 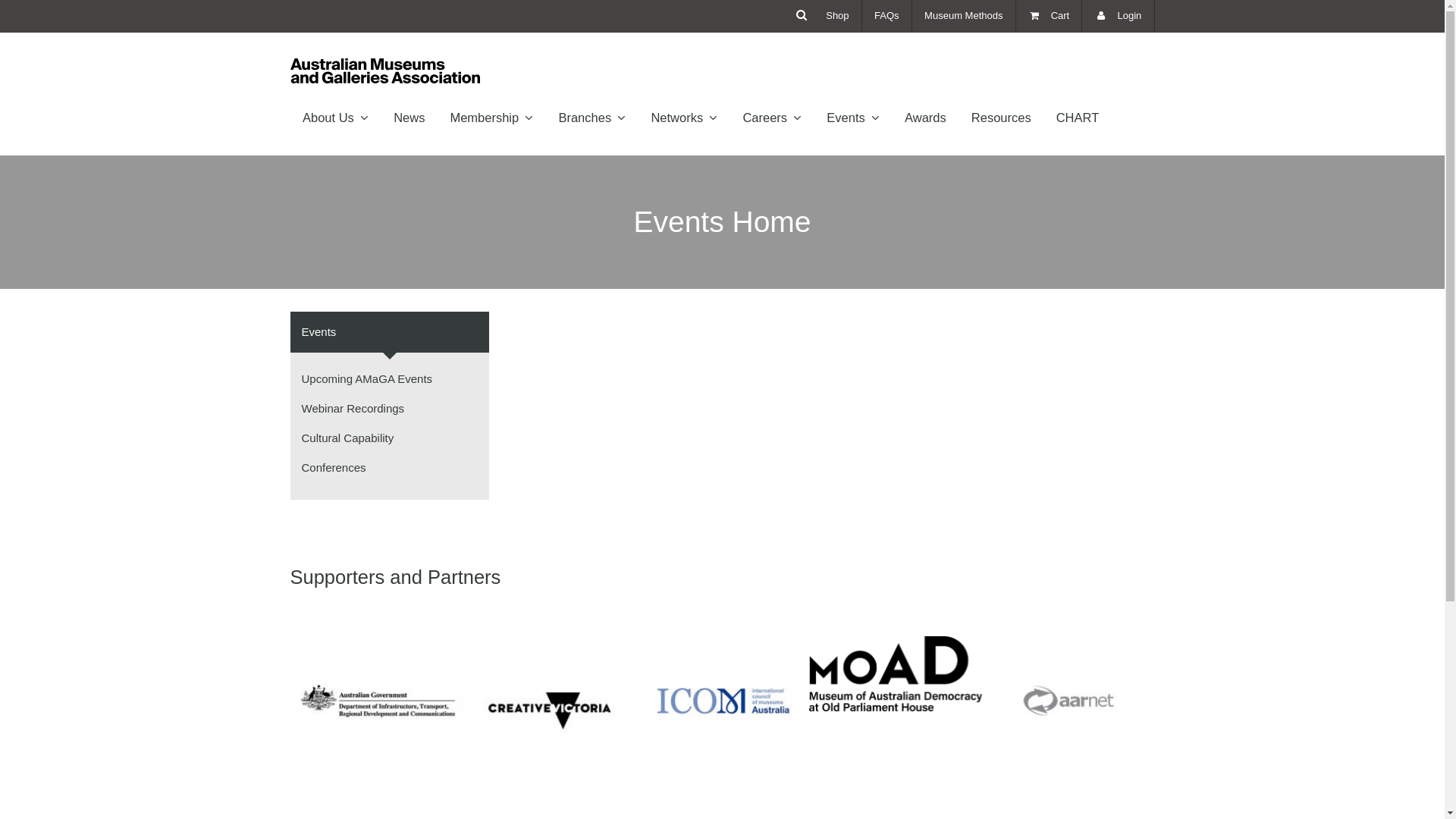 What do you see at coordinates (334, 116) in the screenshot?
I see `'About Us'` at bounding box center [334, 116].